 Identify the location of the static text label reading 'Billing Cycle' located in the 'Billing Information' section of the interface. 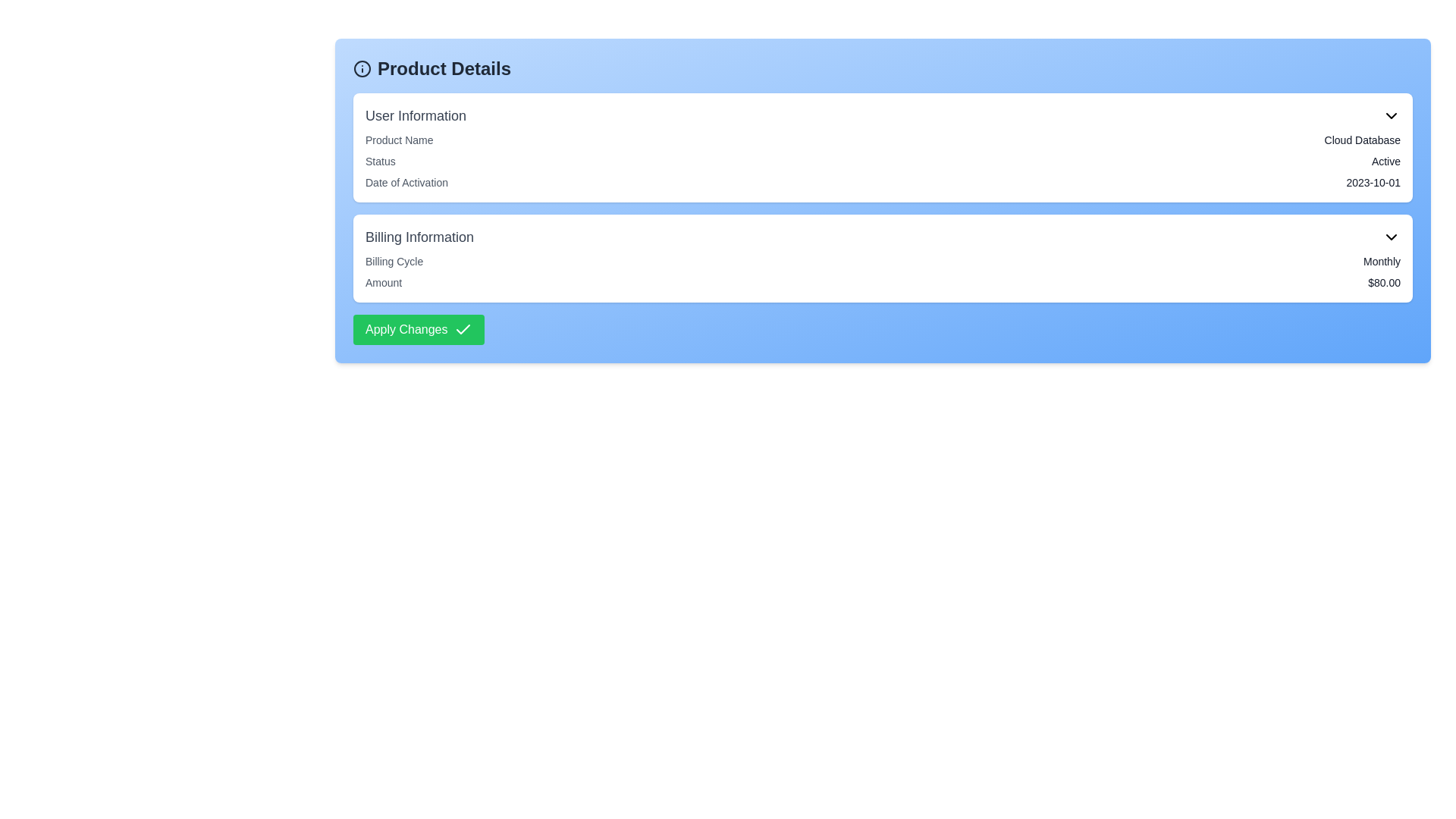
(394, 260).